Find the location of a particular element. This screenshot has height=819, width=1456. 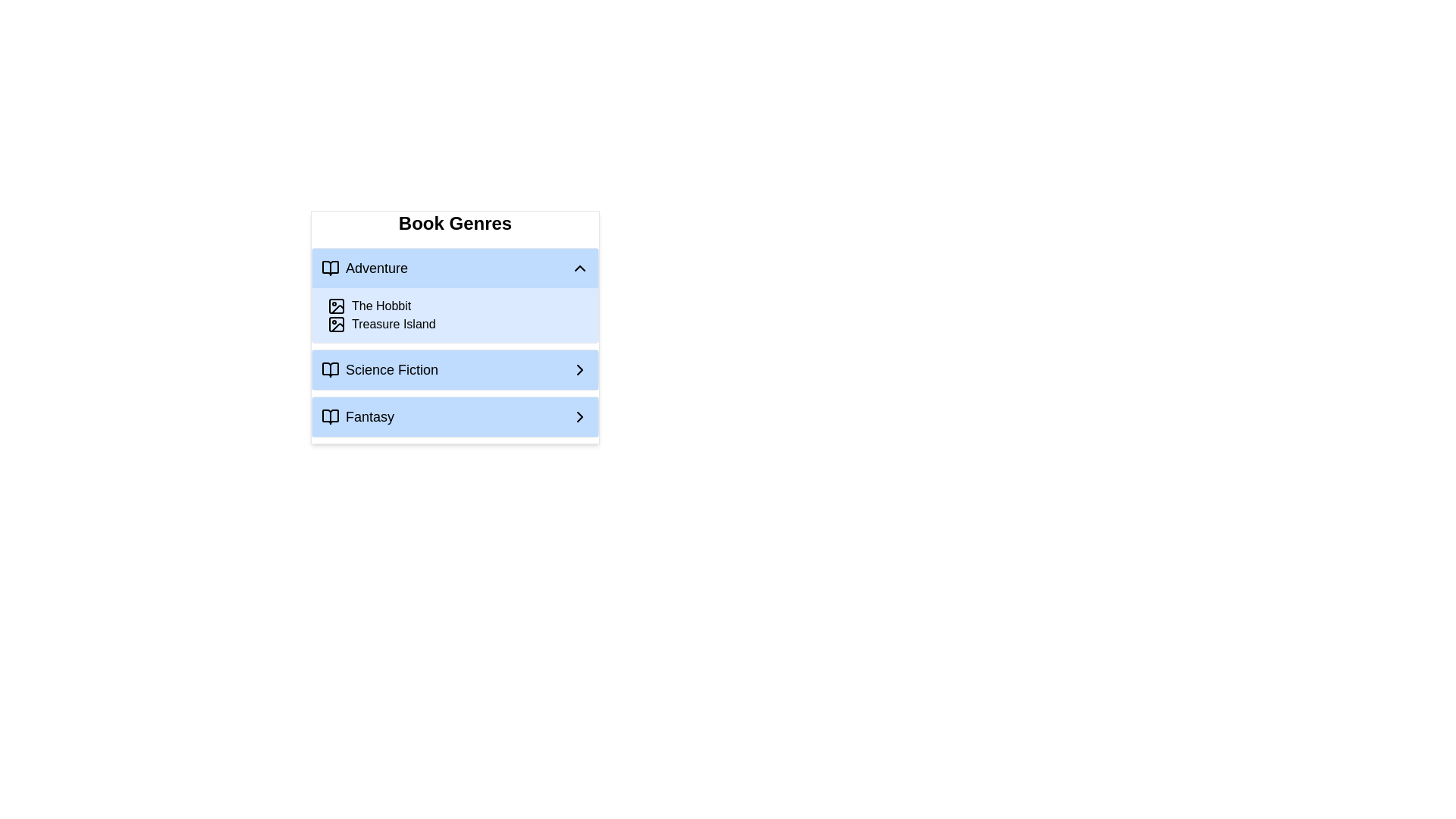

the chevron arrow icon indicating the expandable state for the 'Science Fiction' category, located on the right-hand side of the respective row is located at coordinates (579, 370).